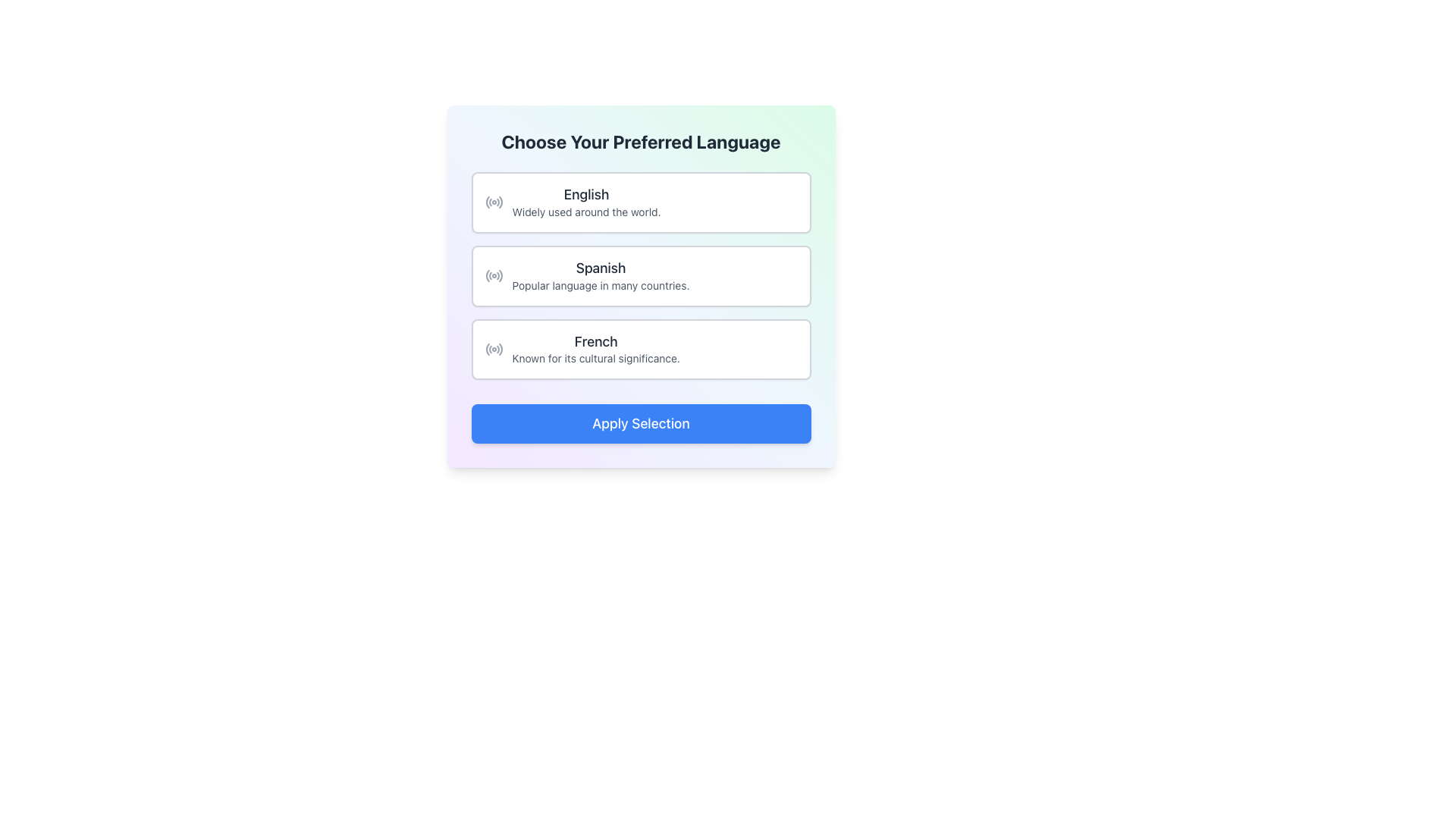 This screenshot has height=819, width=1456. What do you see at coordinates (600, 285) in the screenshot?
I see `the subtitle text label styled in smaller gray font under the 'Spanish' header, which is centrally aligned within the second selectable language option box` at bounding box center [600, 285].